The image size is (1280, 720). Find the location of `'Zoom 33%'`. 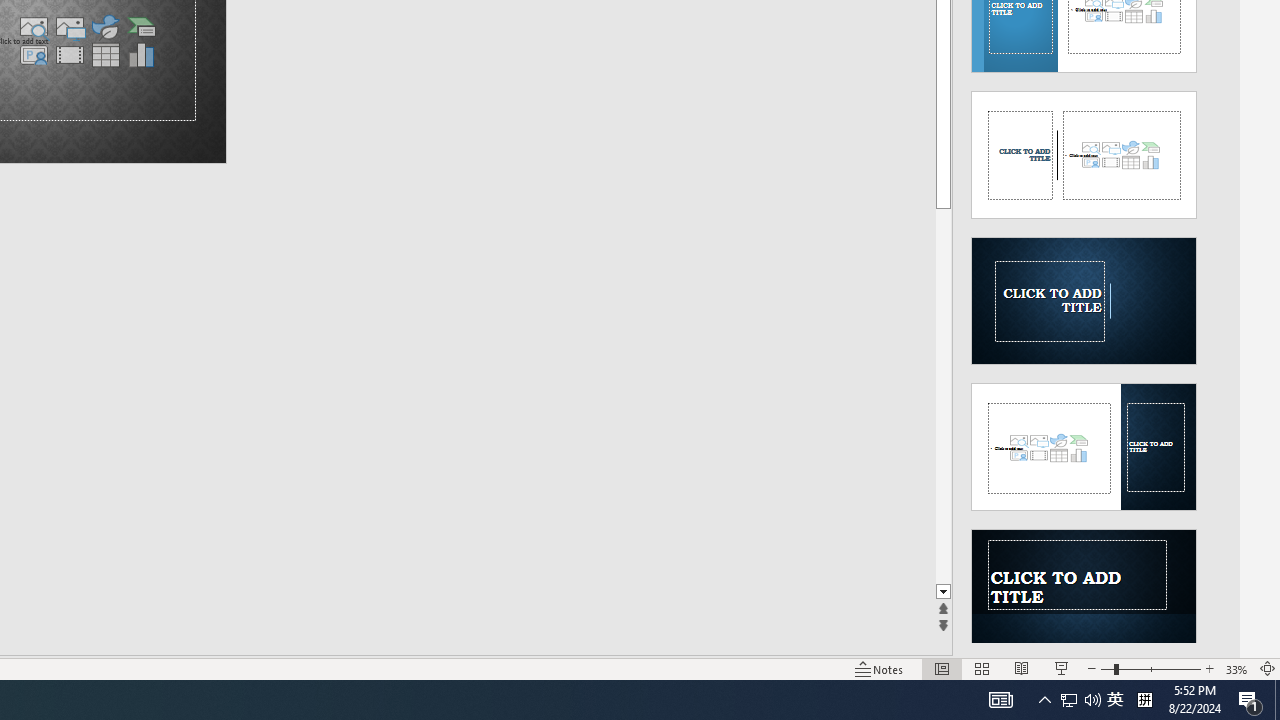

'Zoom 33%' is located at coordinates (1236, 669).